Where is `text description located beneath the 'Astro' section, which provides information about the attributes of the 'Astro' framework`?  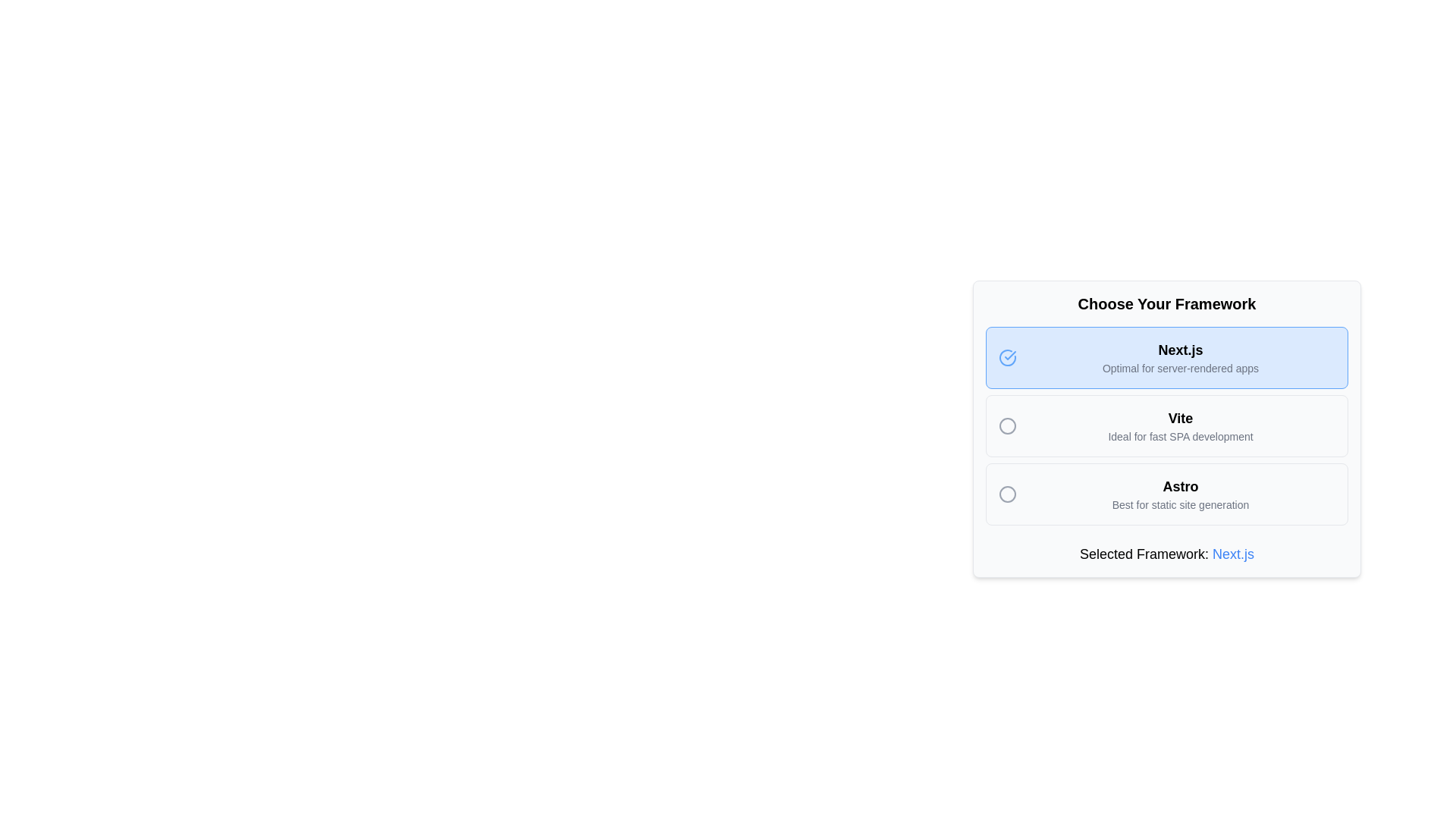 text description located beneath the 'Astro' section, which provides information about the attributes of the 'Astro' framework is located at coordinates (1179, 505).